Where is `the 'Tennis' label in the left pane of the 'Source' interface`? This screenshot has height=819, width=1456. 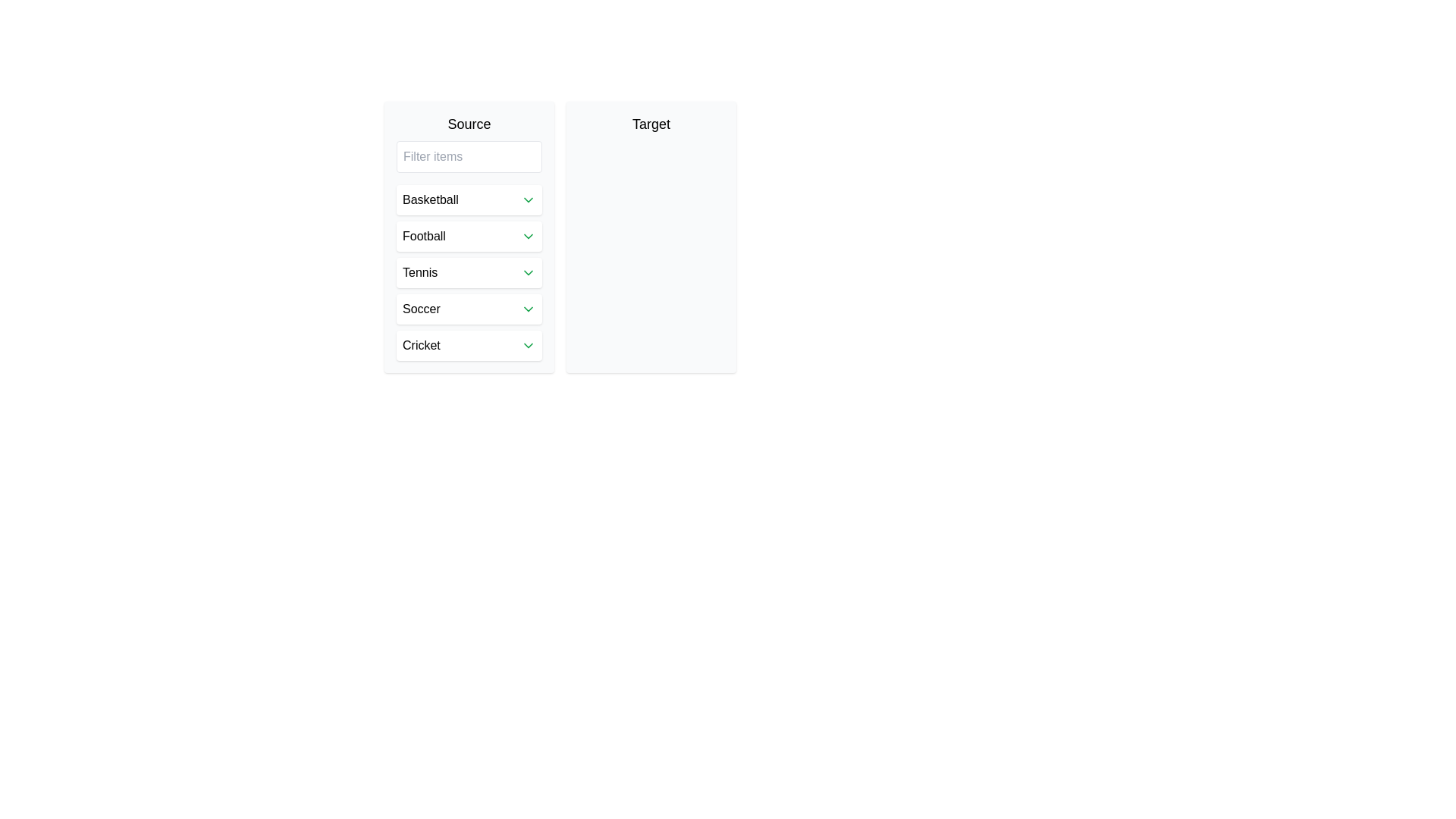 the 'Tennis' label in the left pane of the 'Source' interface is located at coordinates (420, 271).